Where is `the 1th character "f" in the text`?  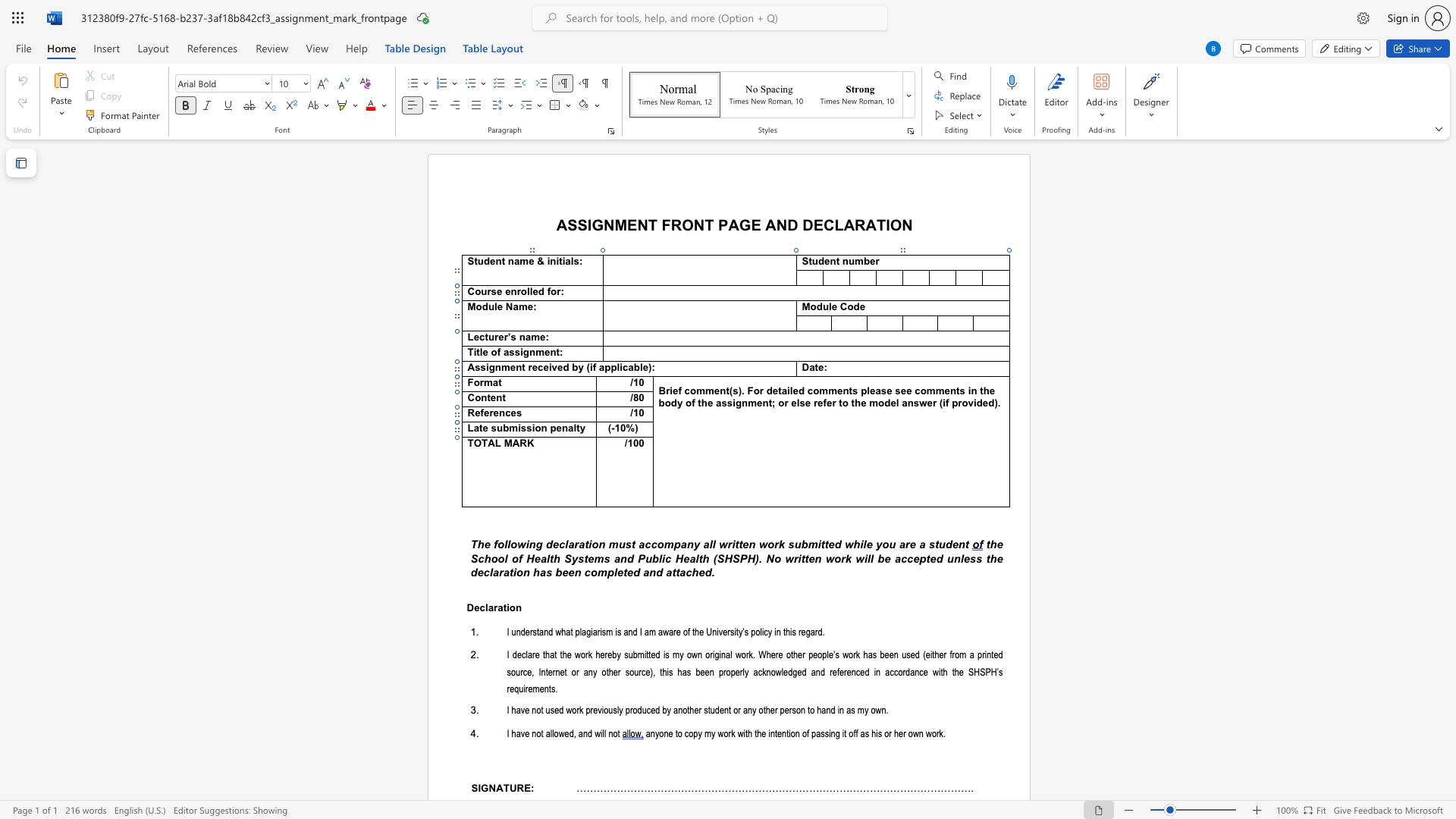 the 1th character "f" in the text is located at coordinates (495, 544).